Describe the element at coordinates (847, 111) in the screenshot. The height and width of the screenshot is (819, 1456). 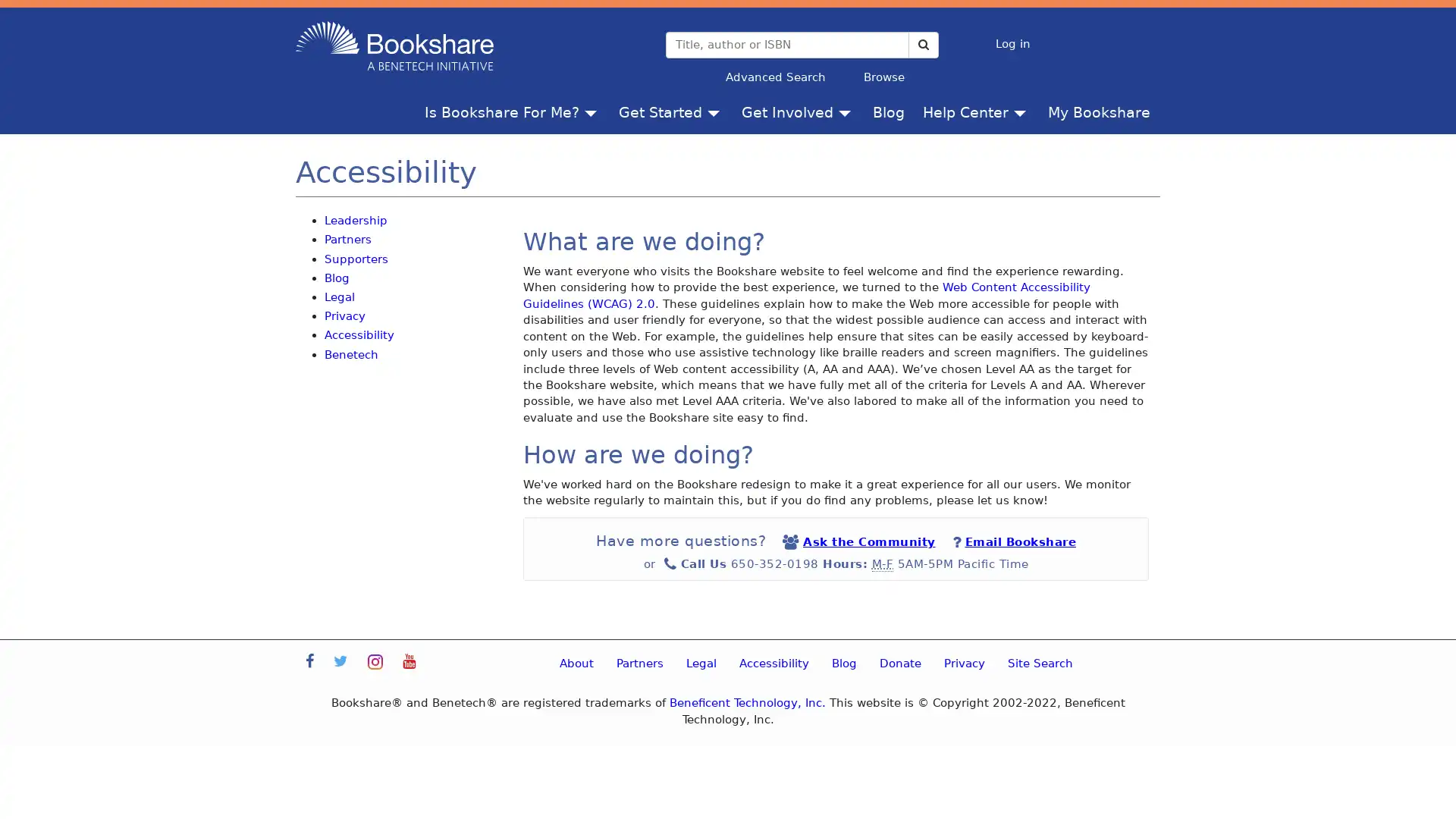
I see `Get Involved menu` at that location.